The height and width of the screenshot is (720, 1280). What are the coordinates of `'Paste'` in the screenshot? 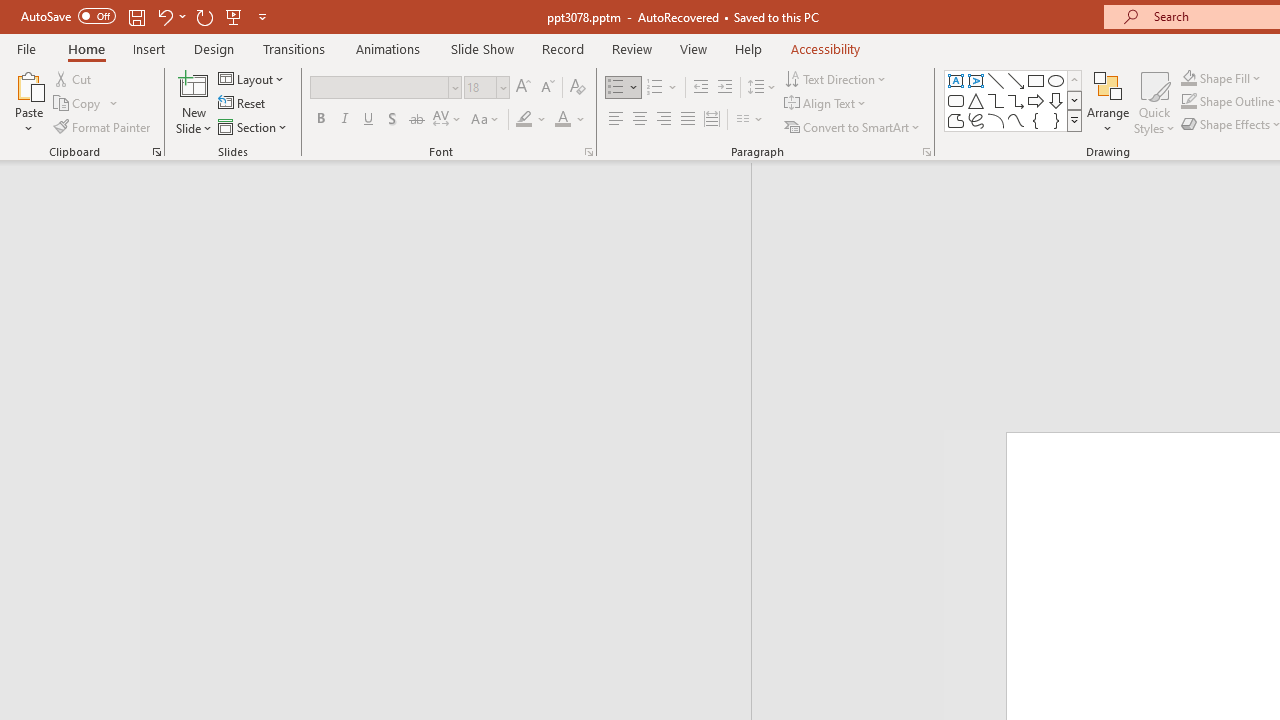 It's located at (28, 103).